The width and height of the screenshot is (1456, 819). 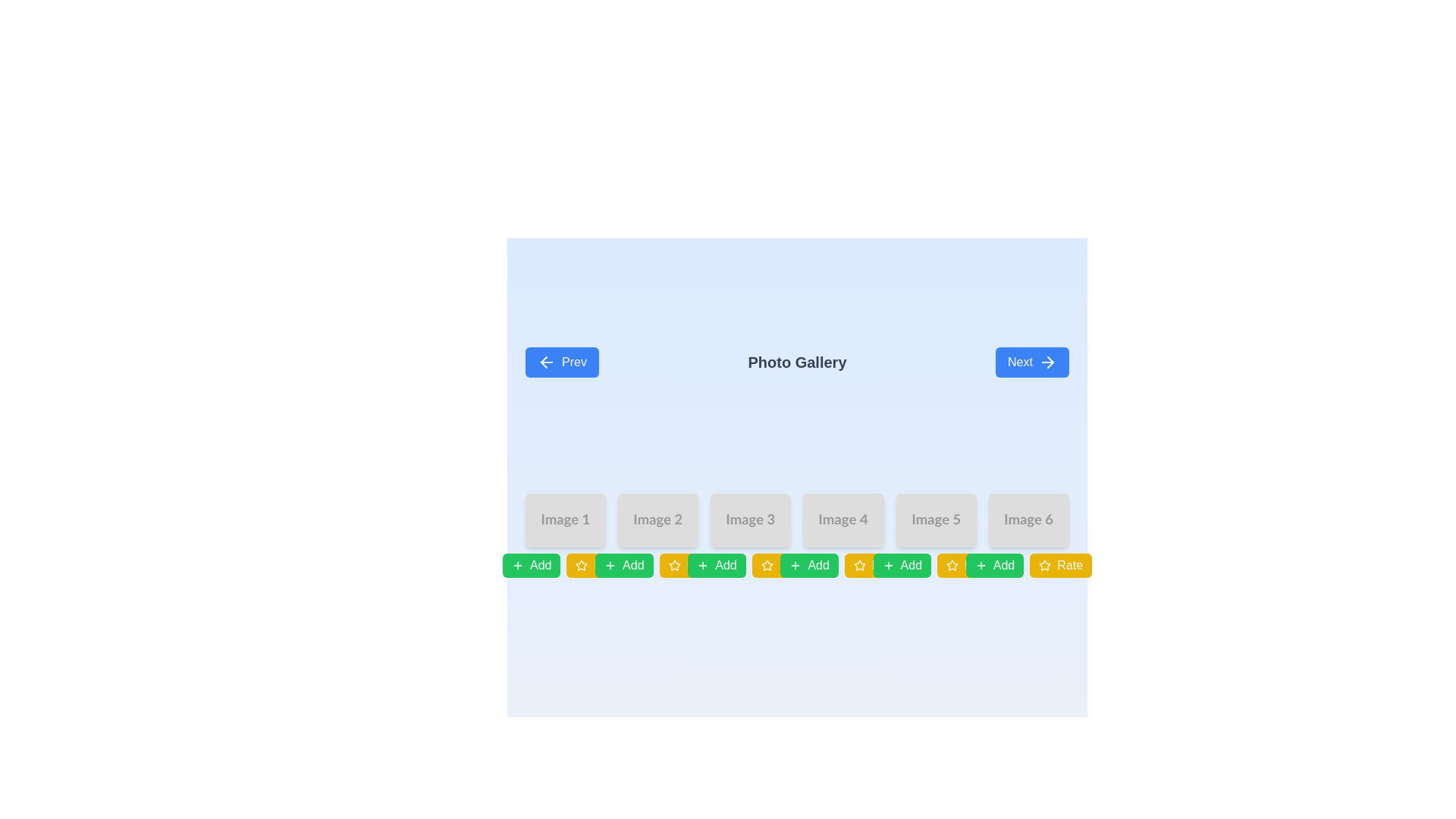 I want to click on the 'Prev' button which contains the left-arrow icon, located on the top-left side of the interface adjacent to the 'Photo Gallery' header, so click(x=546, y=362).